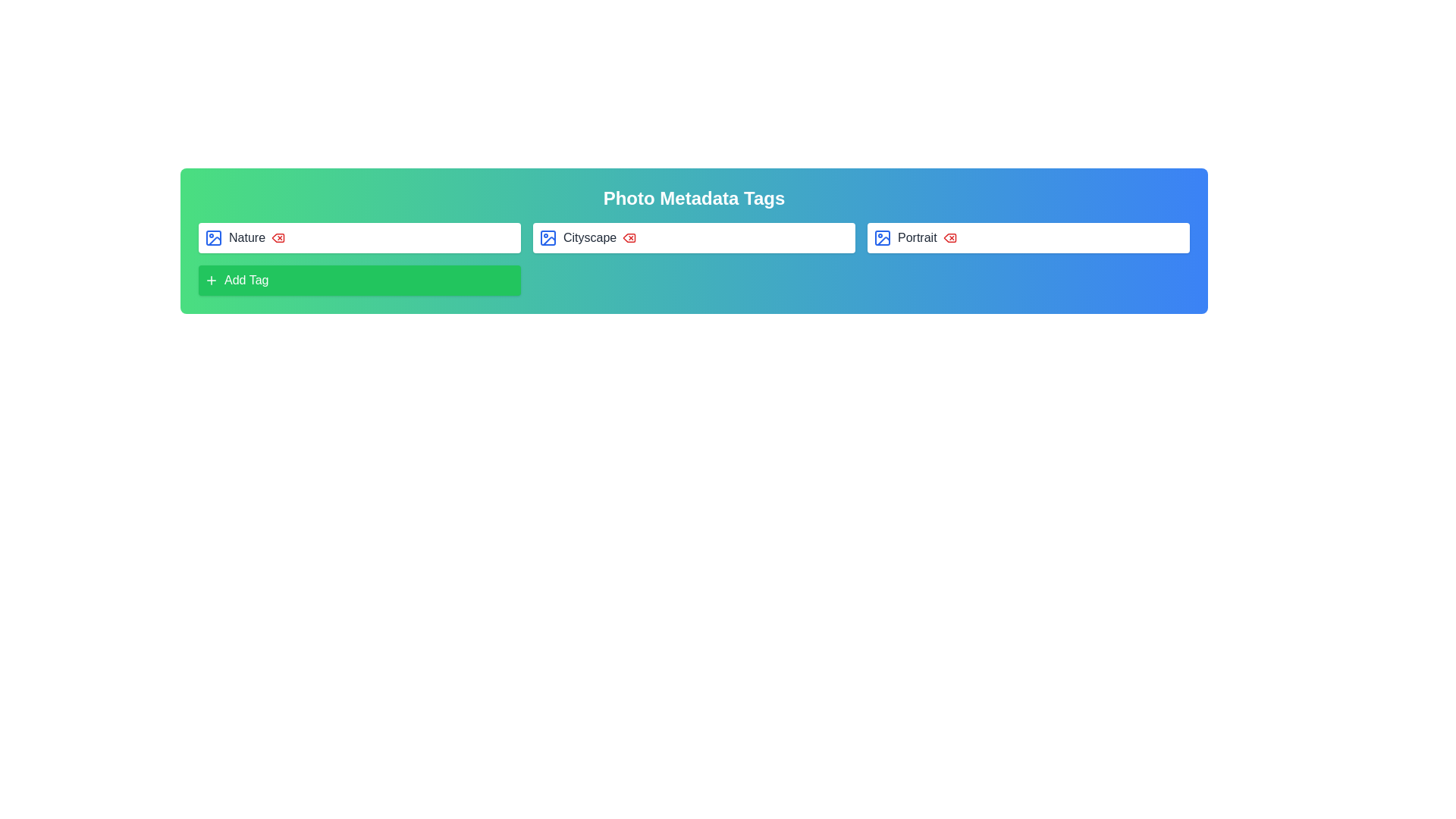  I want to click on the rectangular outline inside the photo icon that is adjacent to the text label 'Nature' in the first row of the UI, so click(213, 237).